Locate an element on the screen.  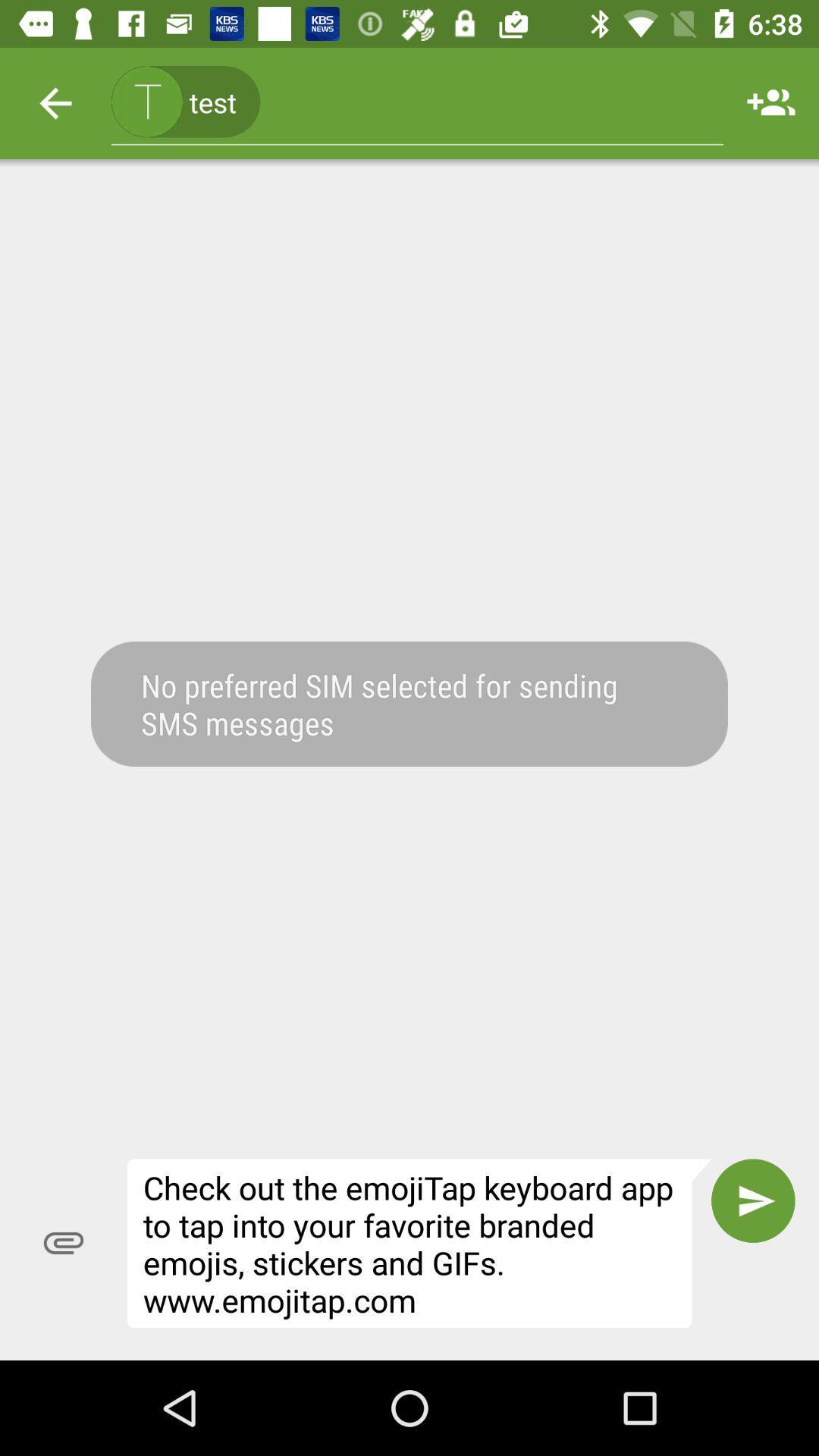
icon next to check out the is located at coordinates (753, 1200).